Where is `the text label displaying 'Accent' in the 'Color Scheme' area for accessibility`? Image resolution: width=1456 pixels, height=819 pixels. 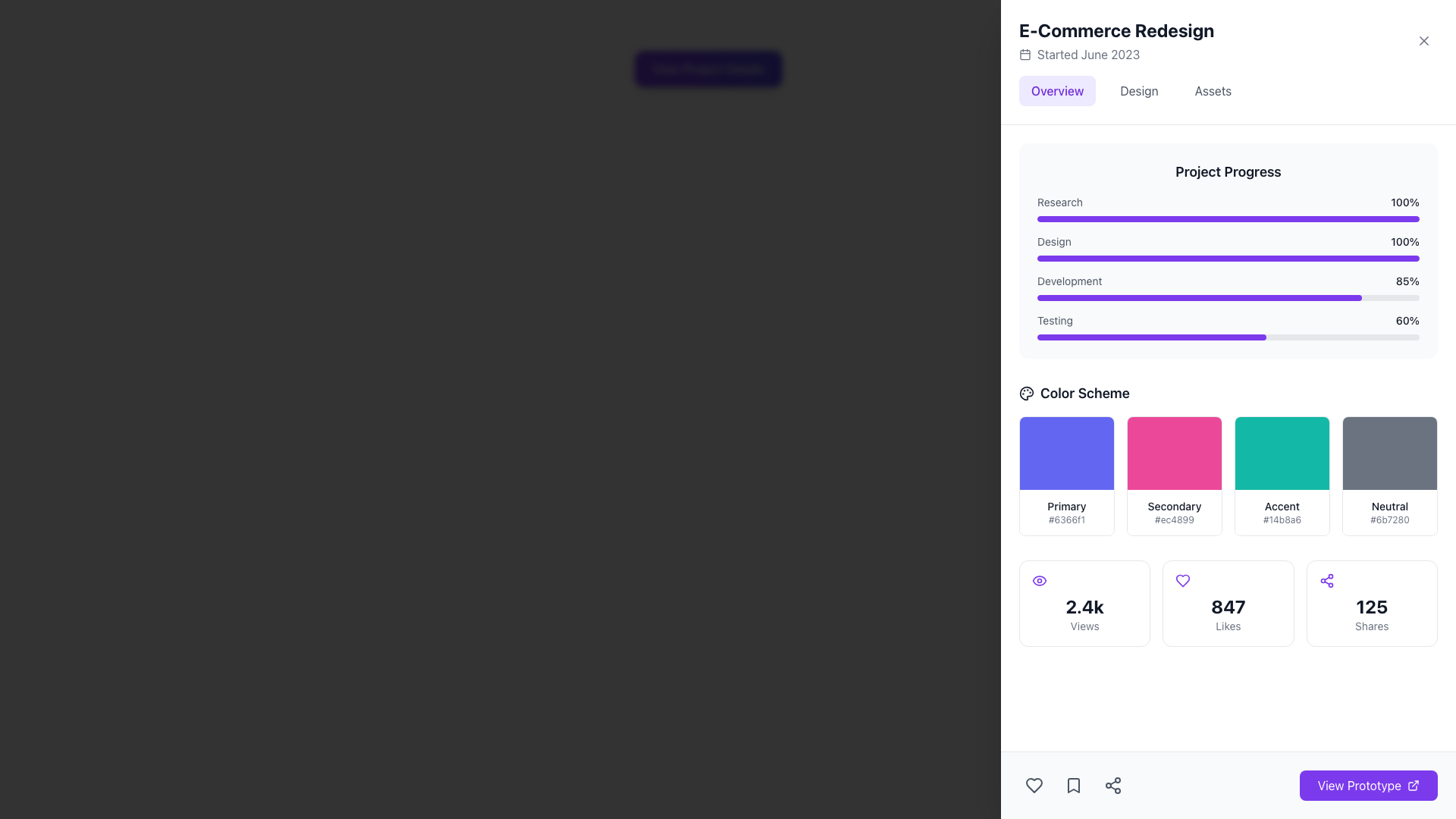
the text label displaying 'Accent' in the 'Color Scheme' area for accessibility is located at coordinates (1281, 506).